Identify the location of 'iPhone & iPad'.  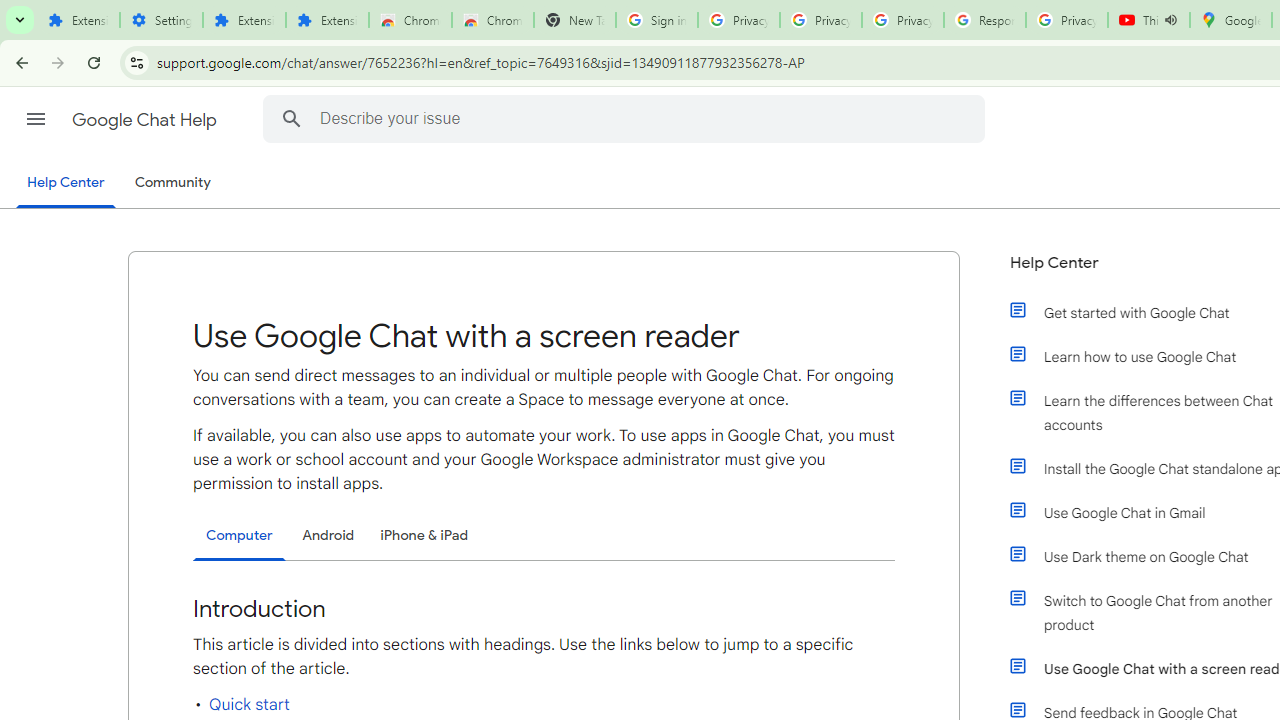
(423, 534).